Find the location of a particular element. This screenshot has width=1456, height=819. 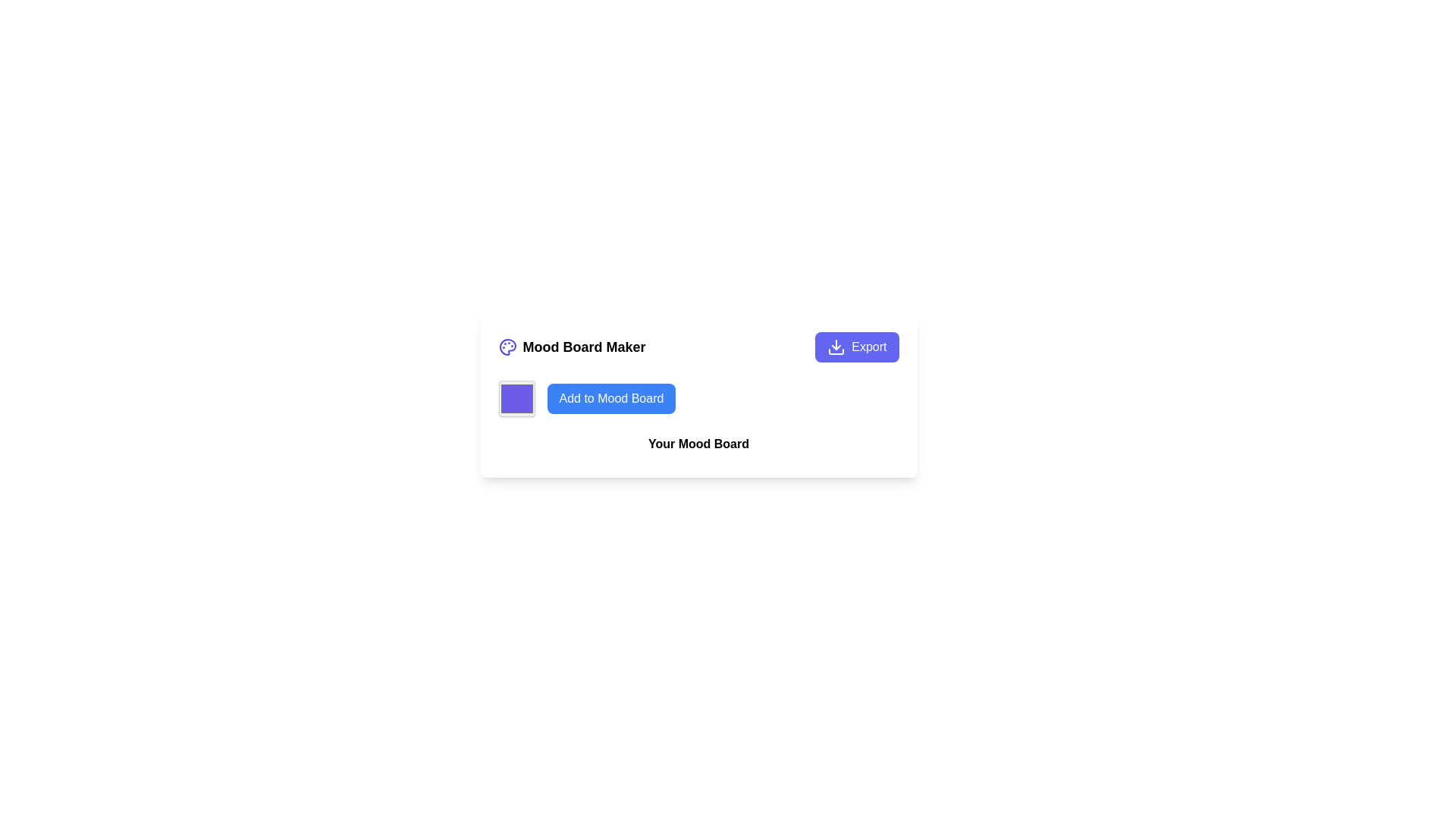

the icon resembling a palette with circular cutouts located in the top left section of the interface is located at coordinates (507, 347).